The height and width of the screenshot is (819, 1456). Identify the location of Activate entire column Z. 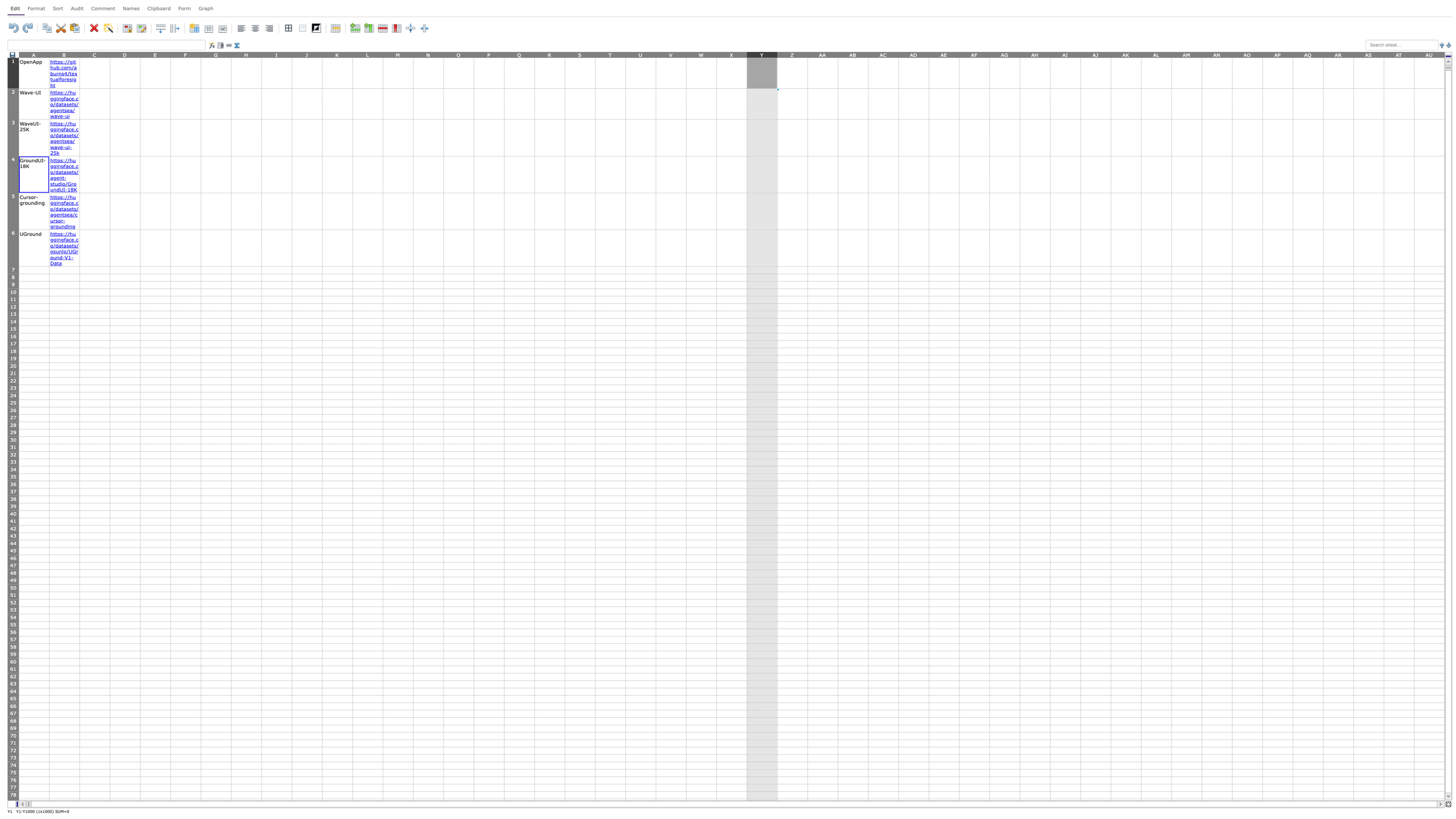
(792, 54).